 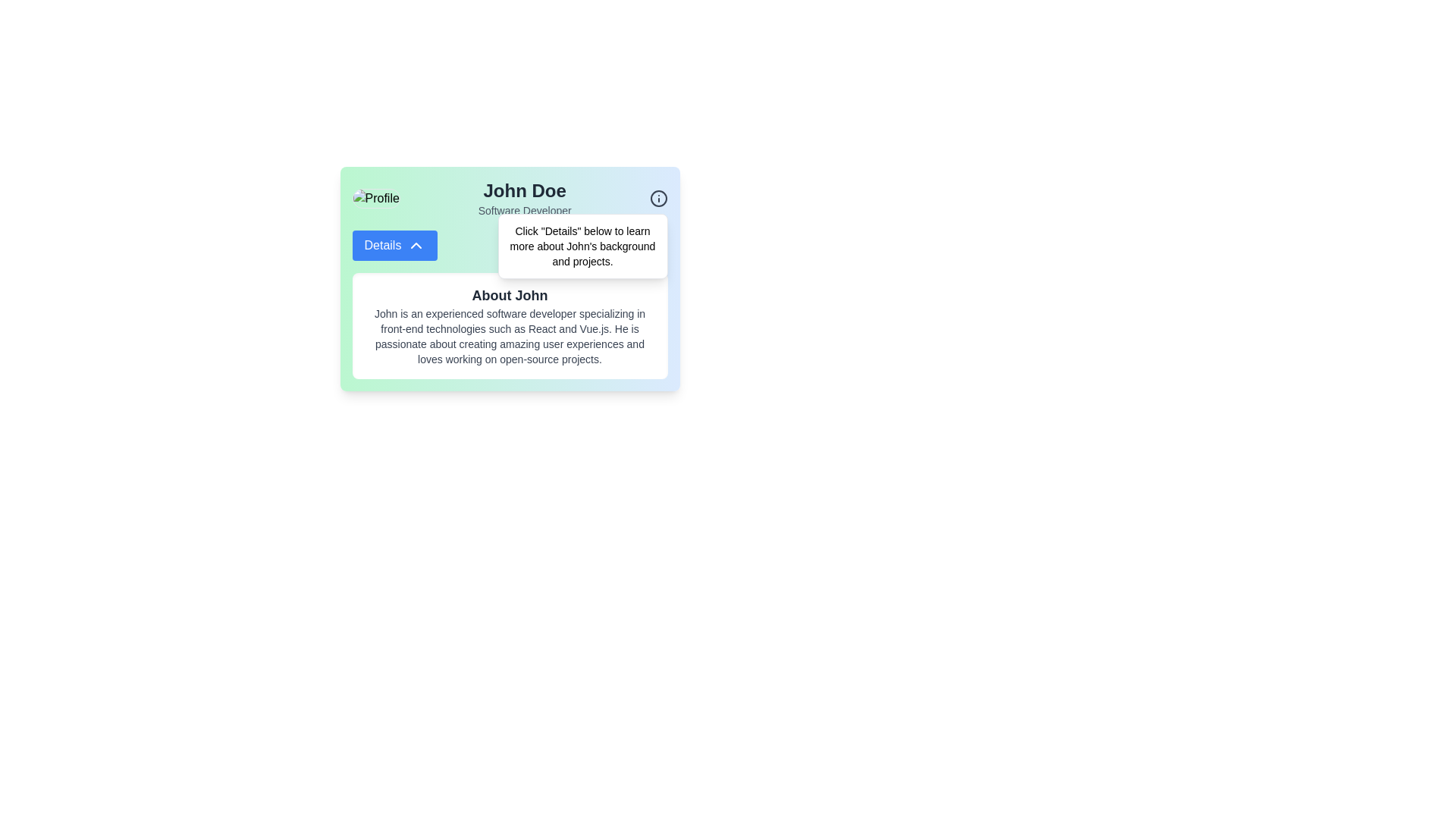 I want to click on displayed information of the text label that shows the name 'John Doe' and the title 'Software Developer', which is prominently displayed in a card layout above the 'Details' button, so click(x=525, y=198).